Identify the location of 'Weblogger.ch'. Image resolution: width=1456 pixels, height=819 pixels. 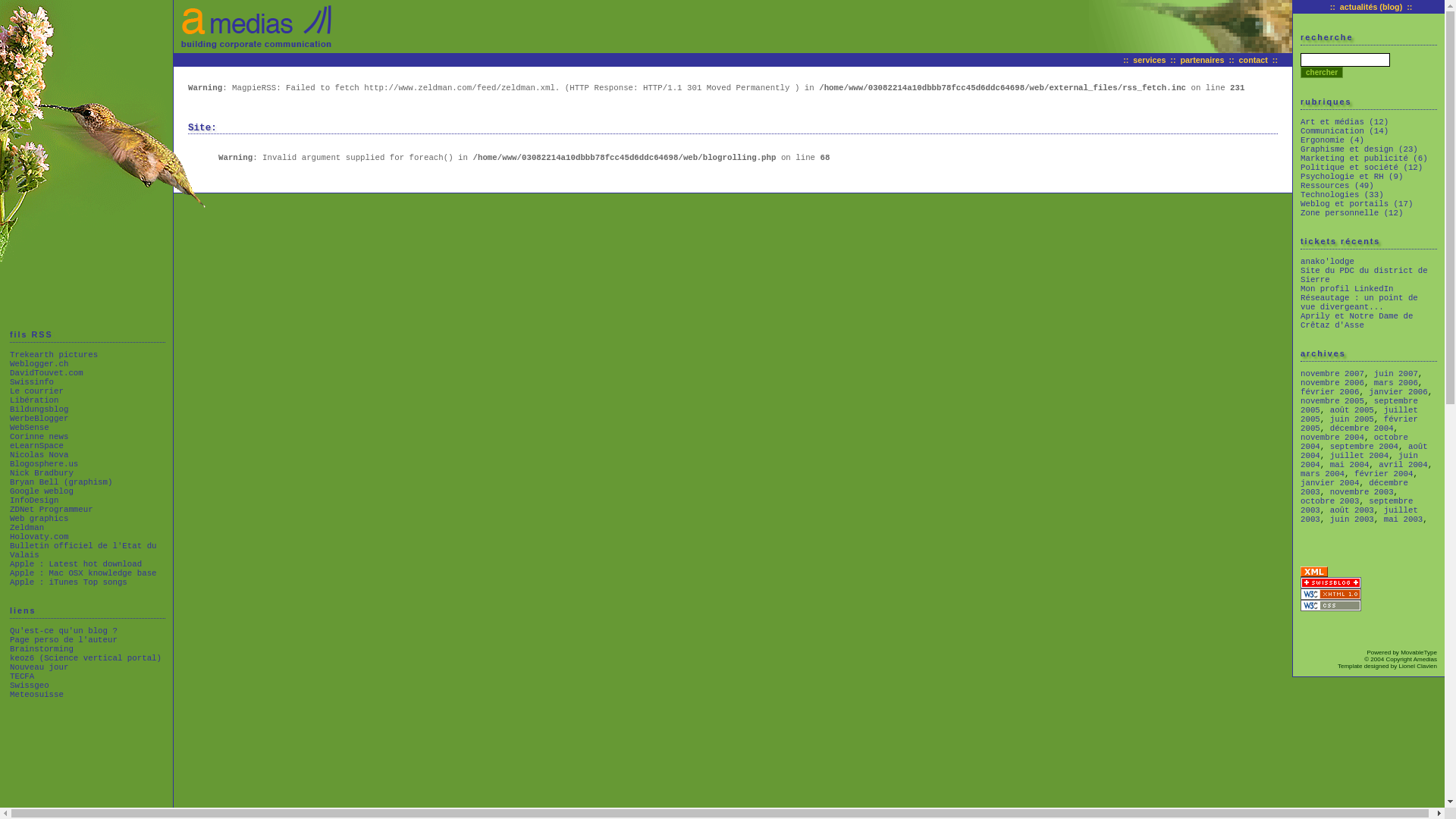
(10, 363).